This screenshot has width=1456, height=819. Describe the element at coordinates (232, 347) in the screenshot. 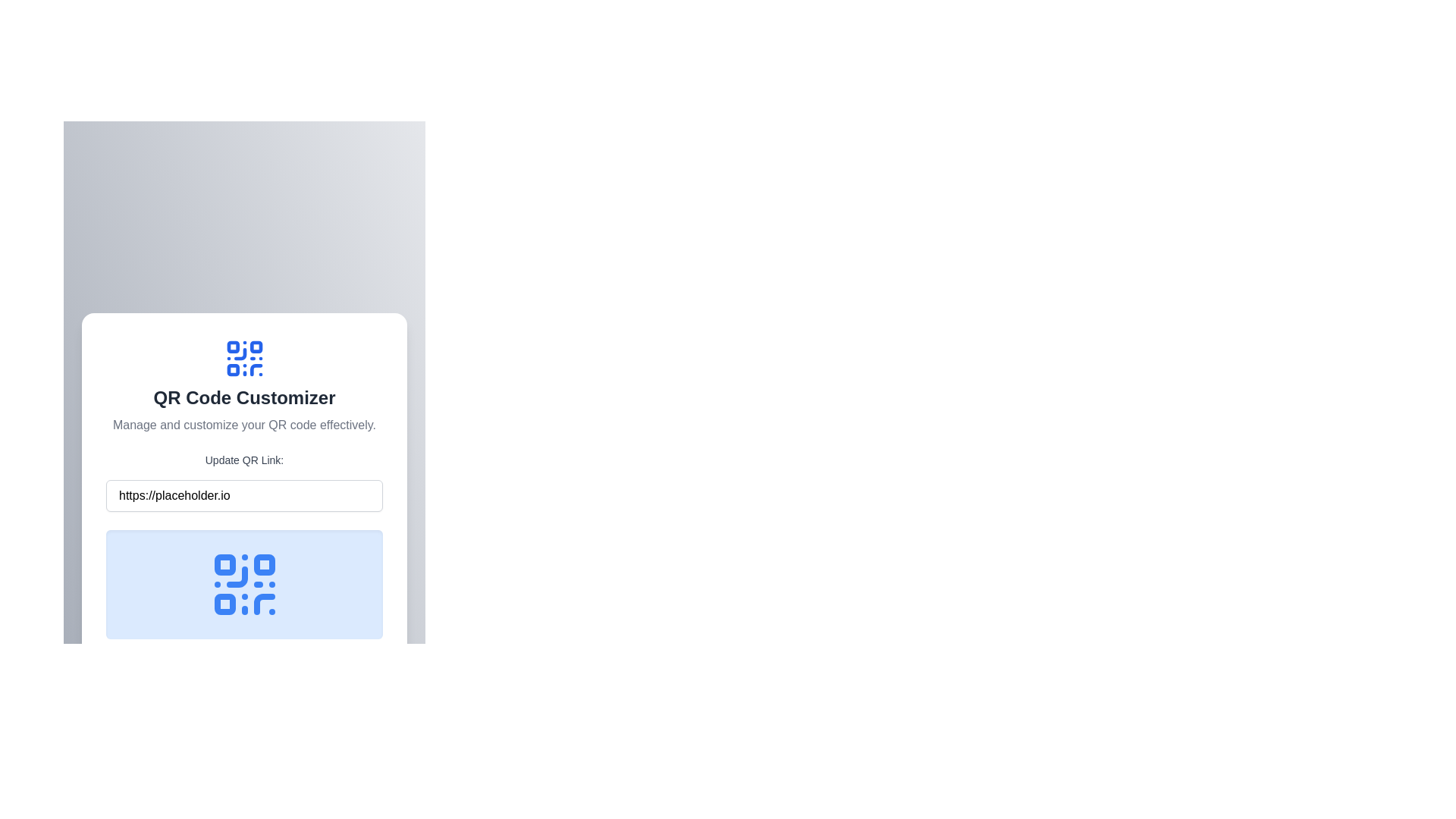

I see `the top-left square decorative element with rounded corners located within a QR code design` at that location.